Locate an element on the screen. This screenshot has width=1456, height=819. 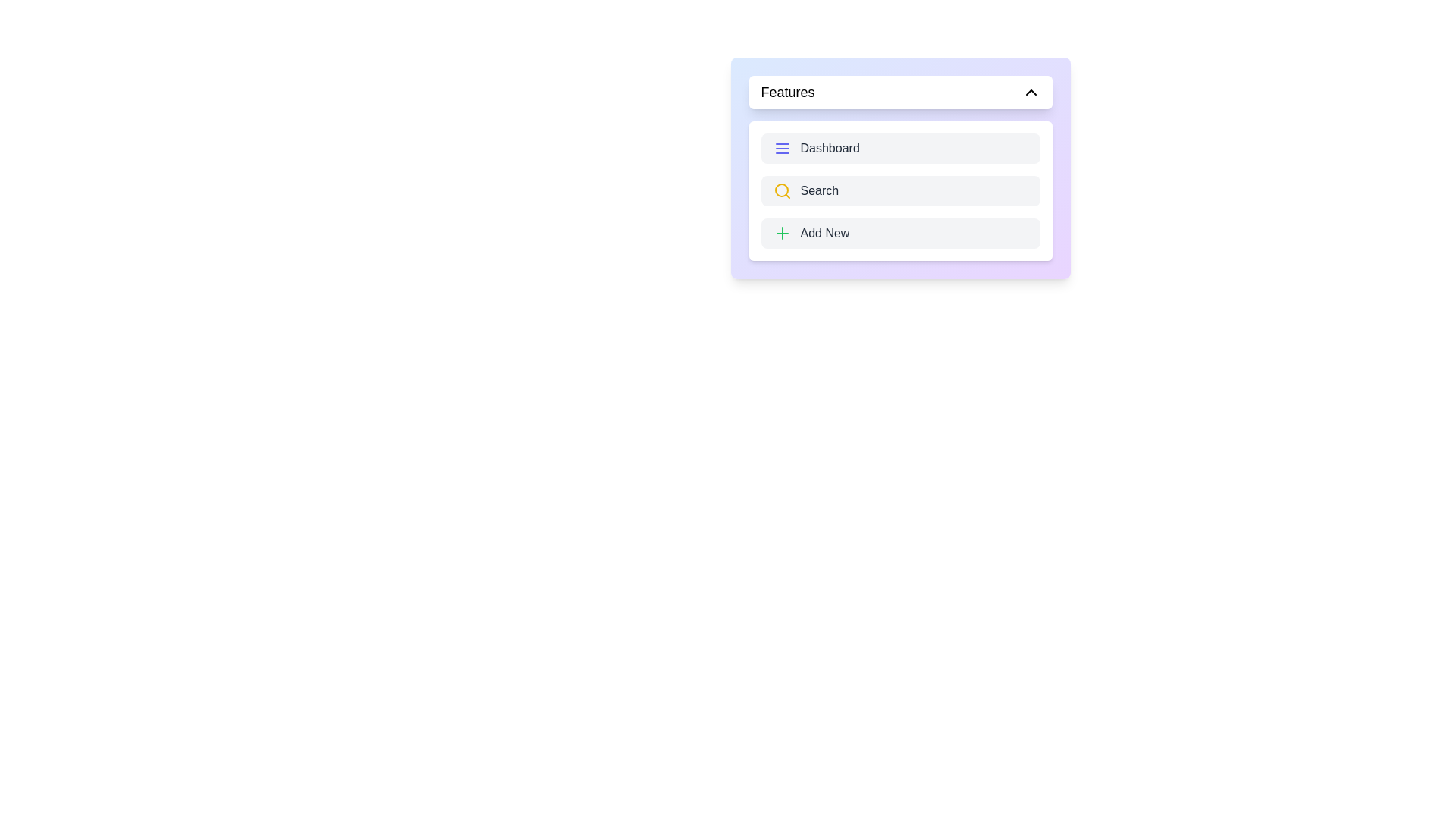
the text 'Search' within the component is located at coordinates (900, 190).